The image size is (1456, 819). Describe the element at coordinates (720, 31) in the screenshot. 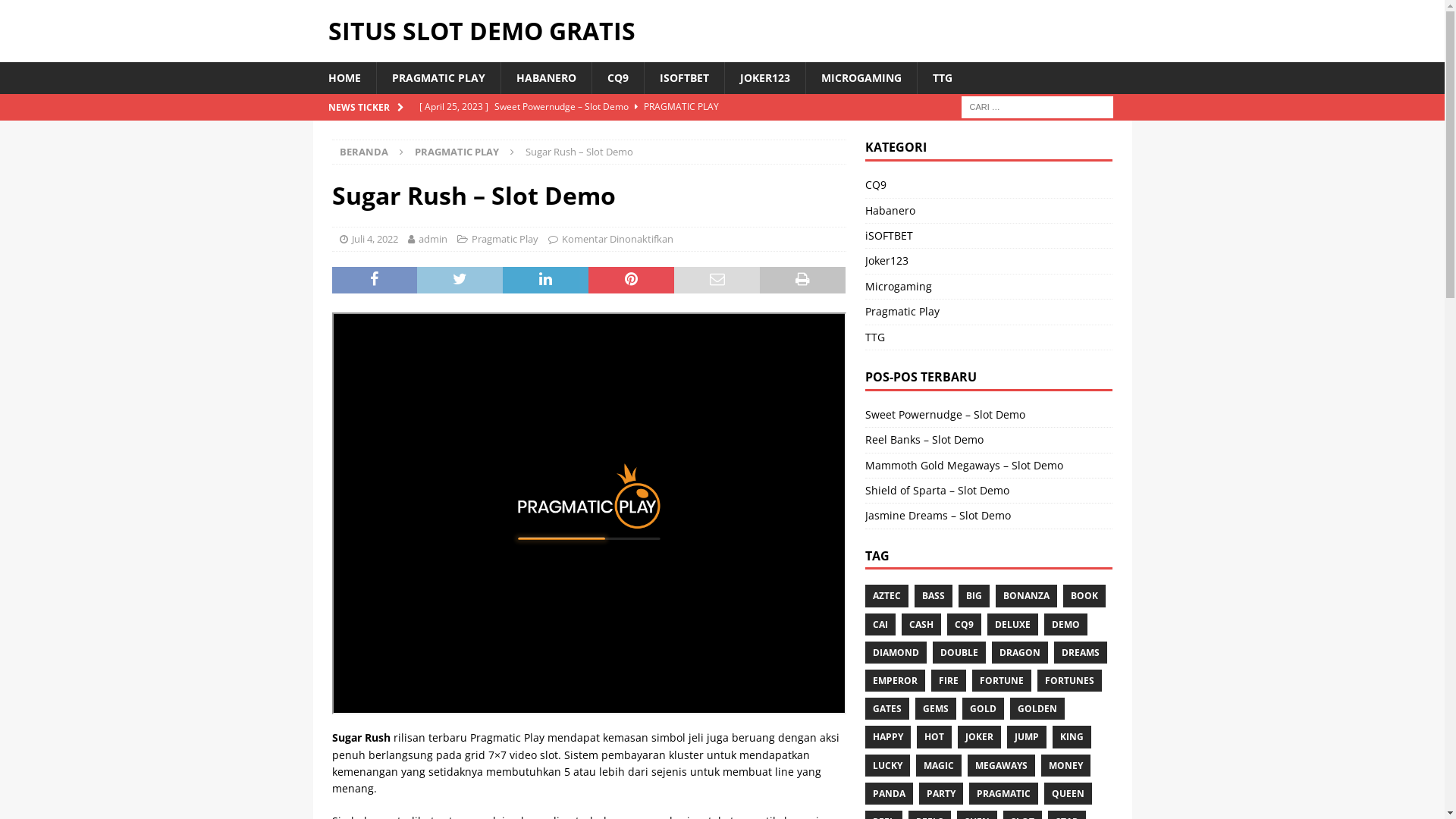

I see `'SITUS SLOT DEMO GRATIS'` at that location.